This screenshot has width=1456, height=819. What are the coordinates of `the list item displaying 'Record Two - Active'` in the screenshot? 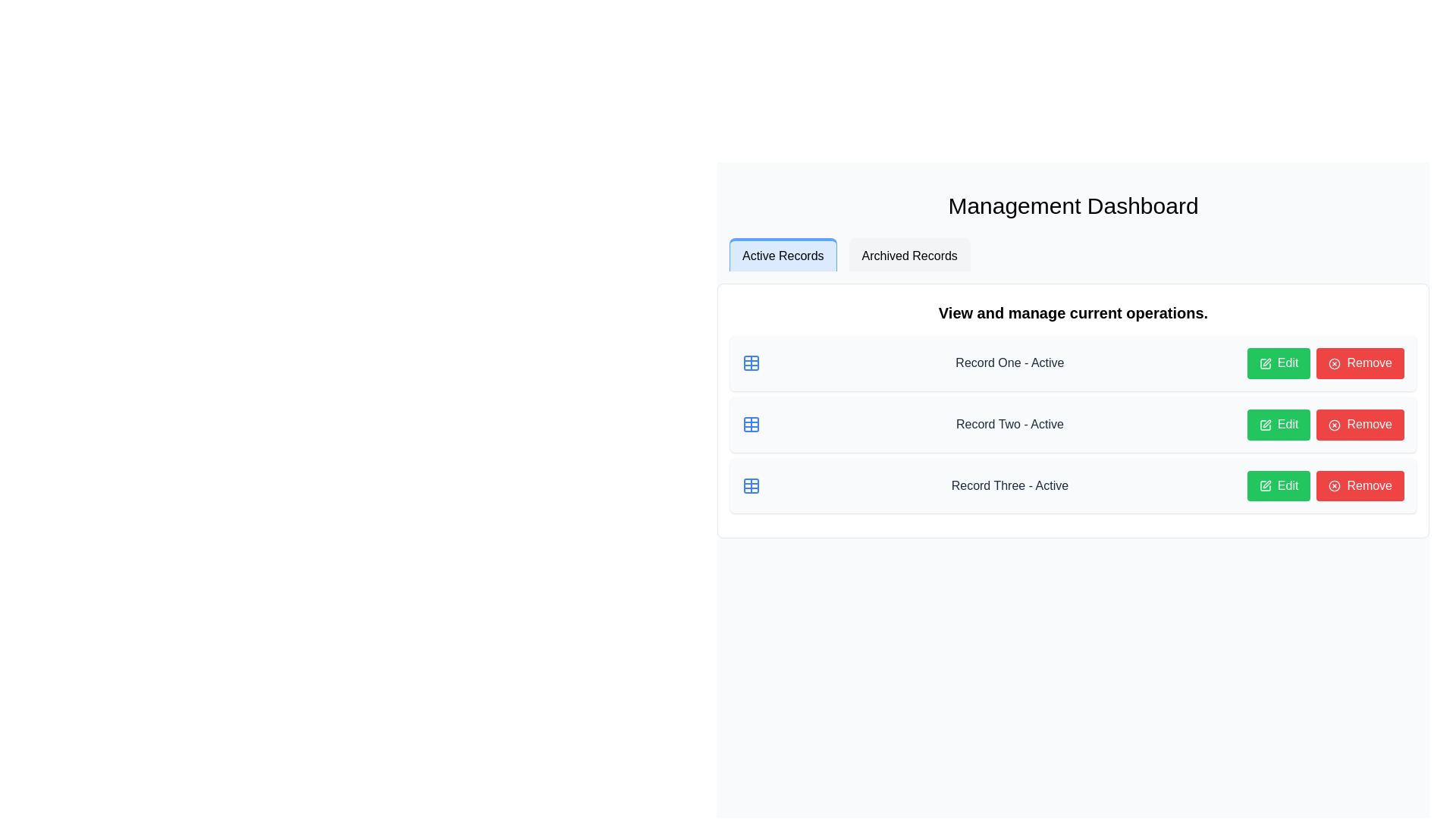 It's located at (1072, 411).